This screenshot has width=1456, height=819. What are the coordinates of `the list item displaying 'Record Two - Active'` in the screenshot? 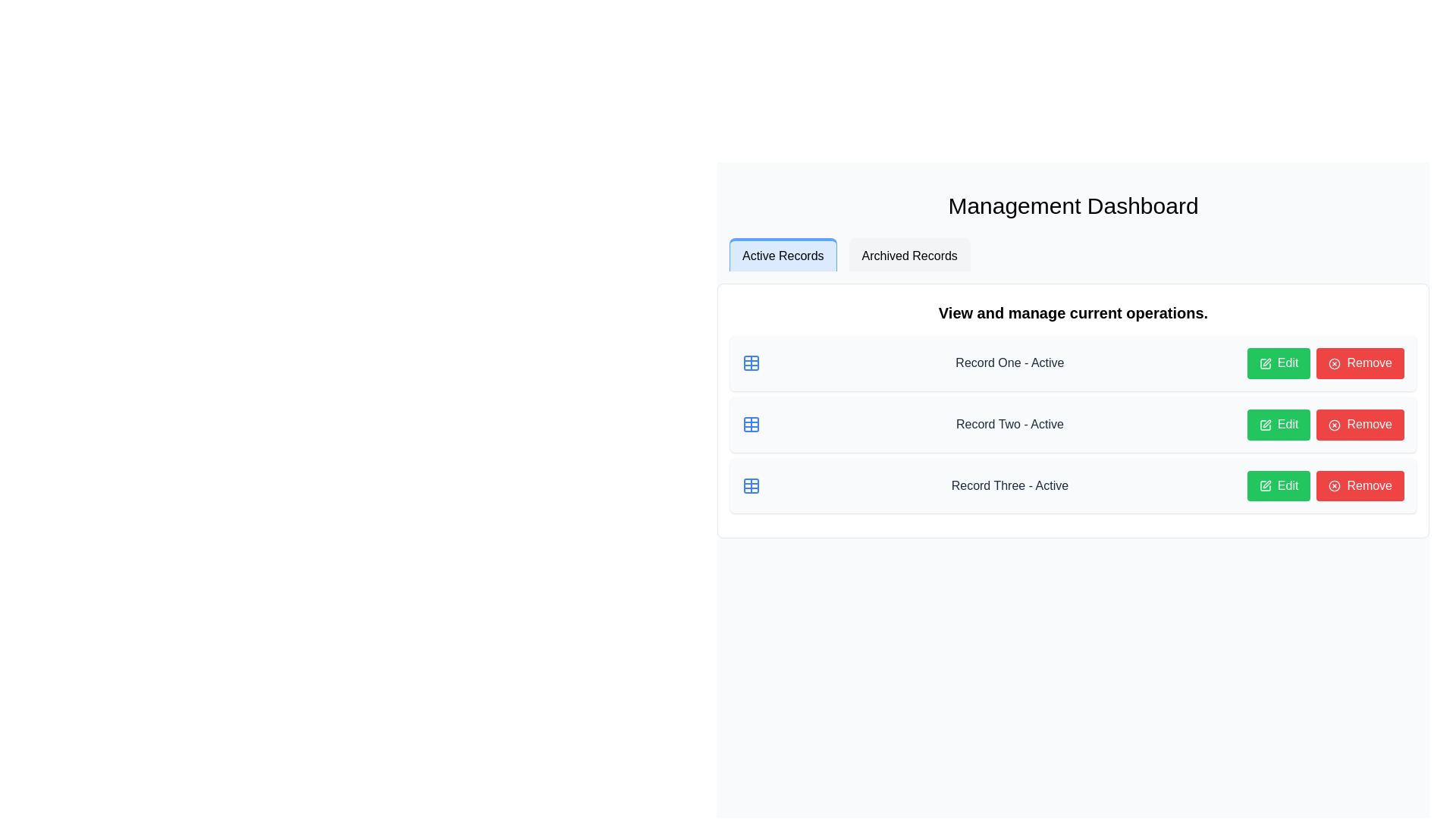 It's located at (1072, 411).